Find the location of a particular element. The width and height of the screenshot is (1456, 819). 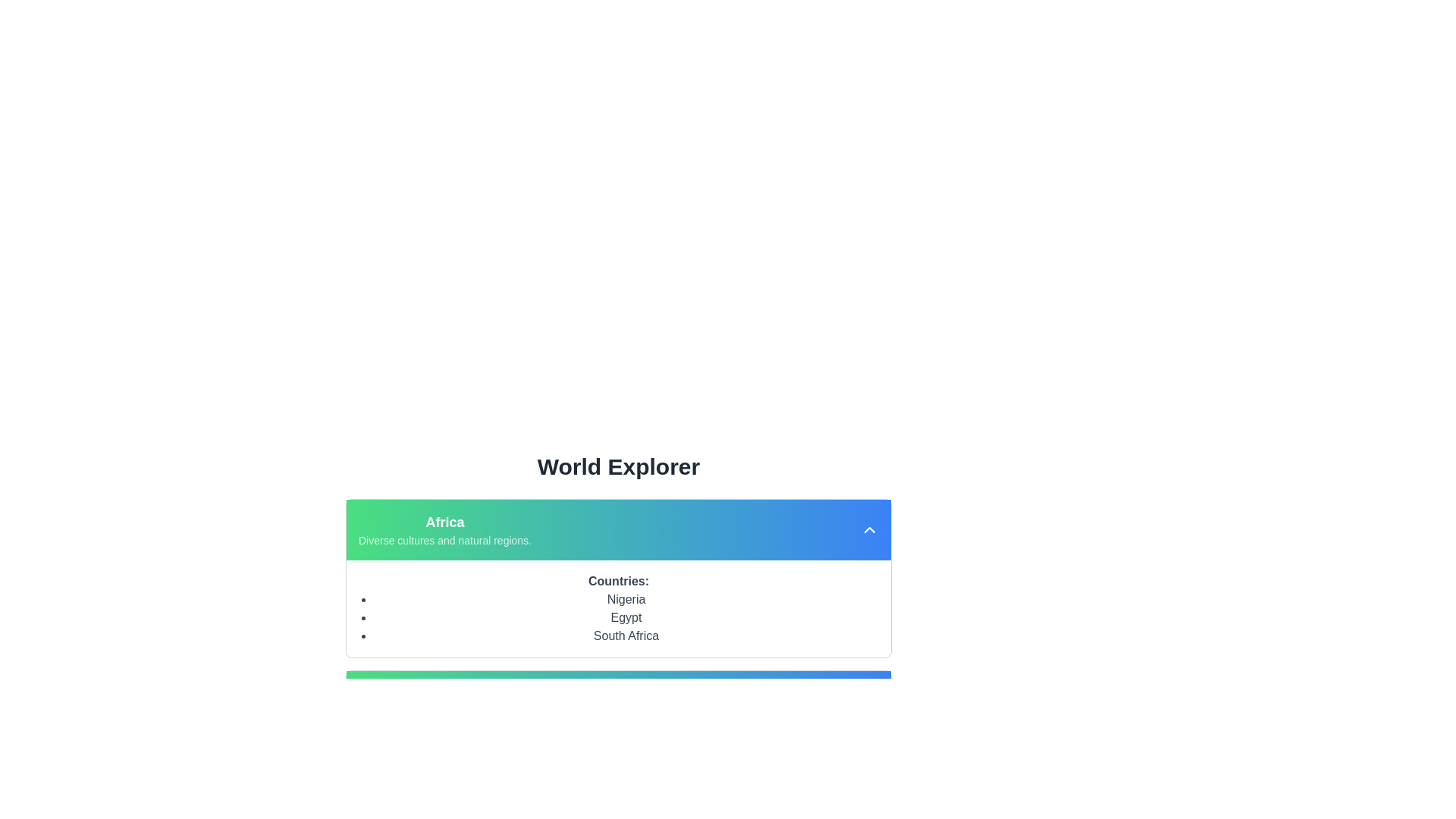

the Text Label displaying 'Egypt', which is the second item in the bulleted list under 'Countries:' in the 'Africa' section is located at coordinates (626, 617).